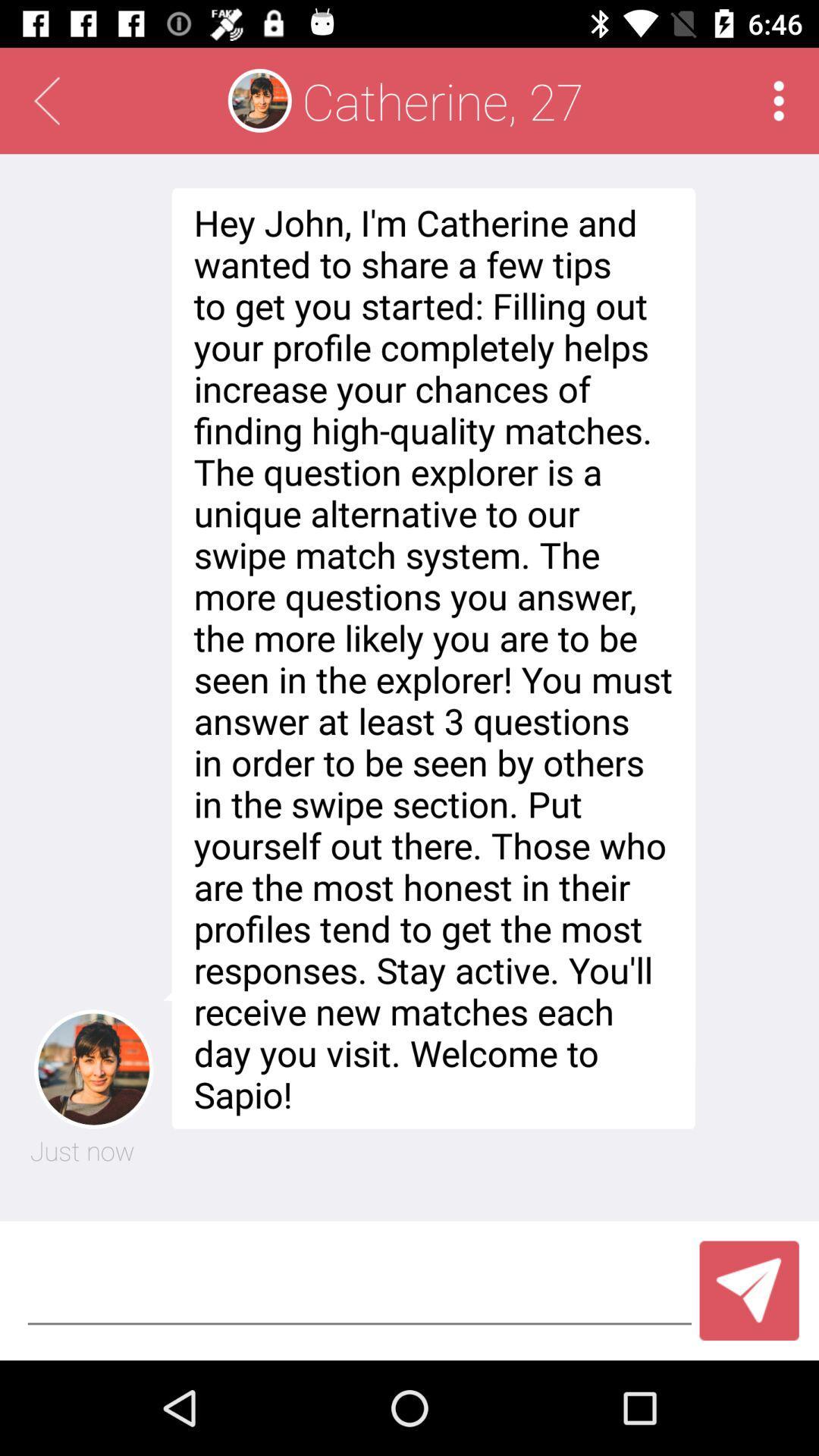 This screenshot has height=1456, width=819. What do you see at coordinates (45, 100) in the screenshot?
I see `the arrow_backward icon` at bounding box center [45, 100].